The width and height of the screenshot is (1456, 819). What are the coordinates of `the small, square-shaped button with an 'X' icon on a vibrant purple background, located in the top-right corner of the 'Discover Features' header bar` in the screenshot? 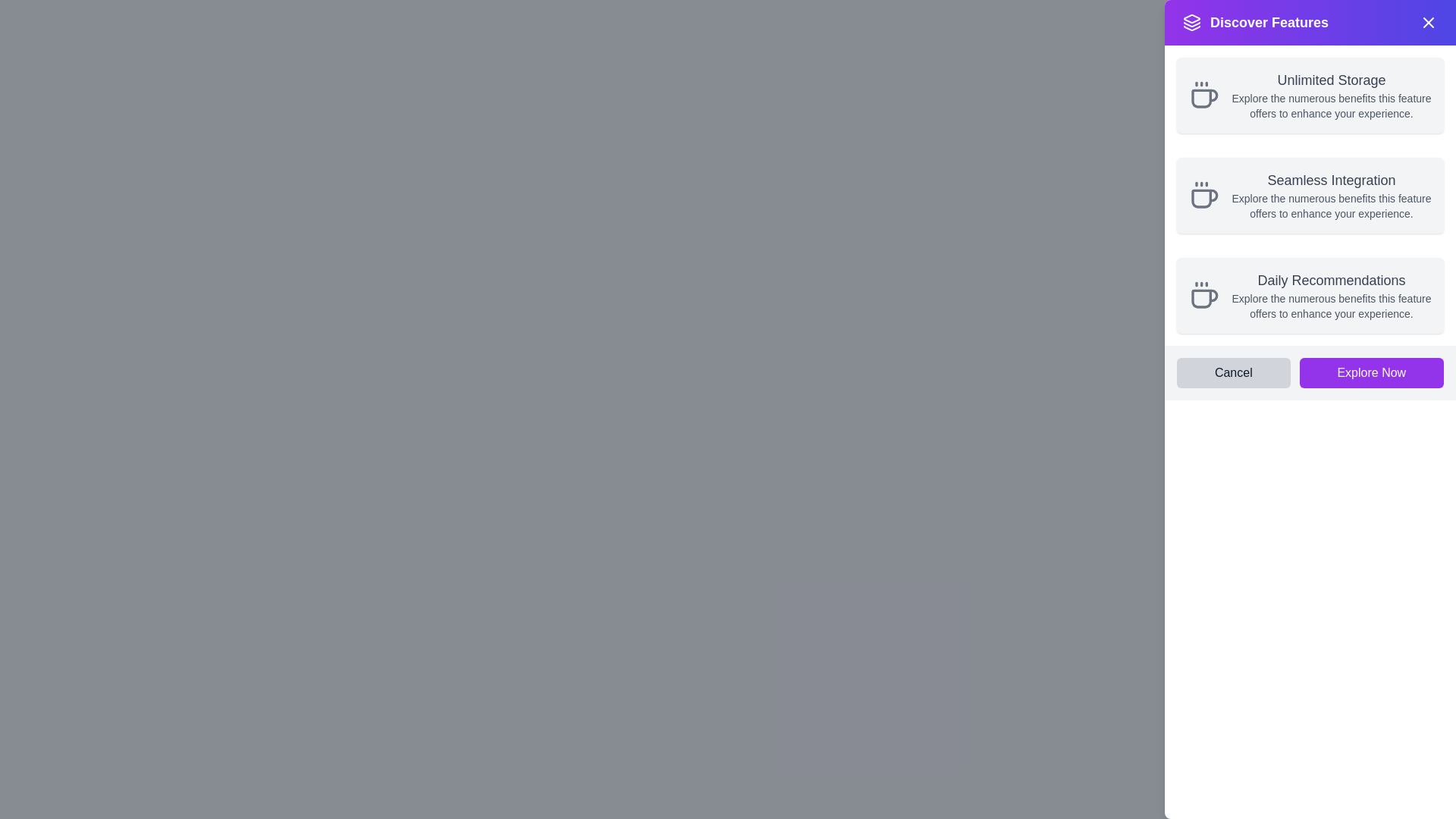 It's located at (1427, 23).